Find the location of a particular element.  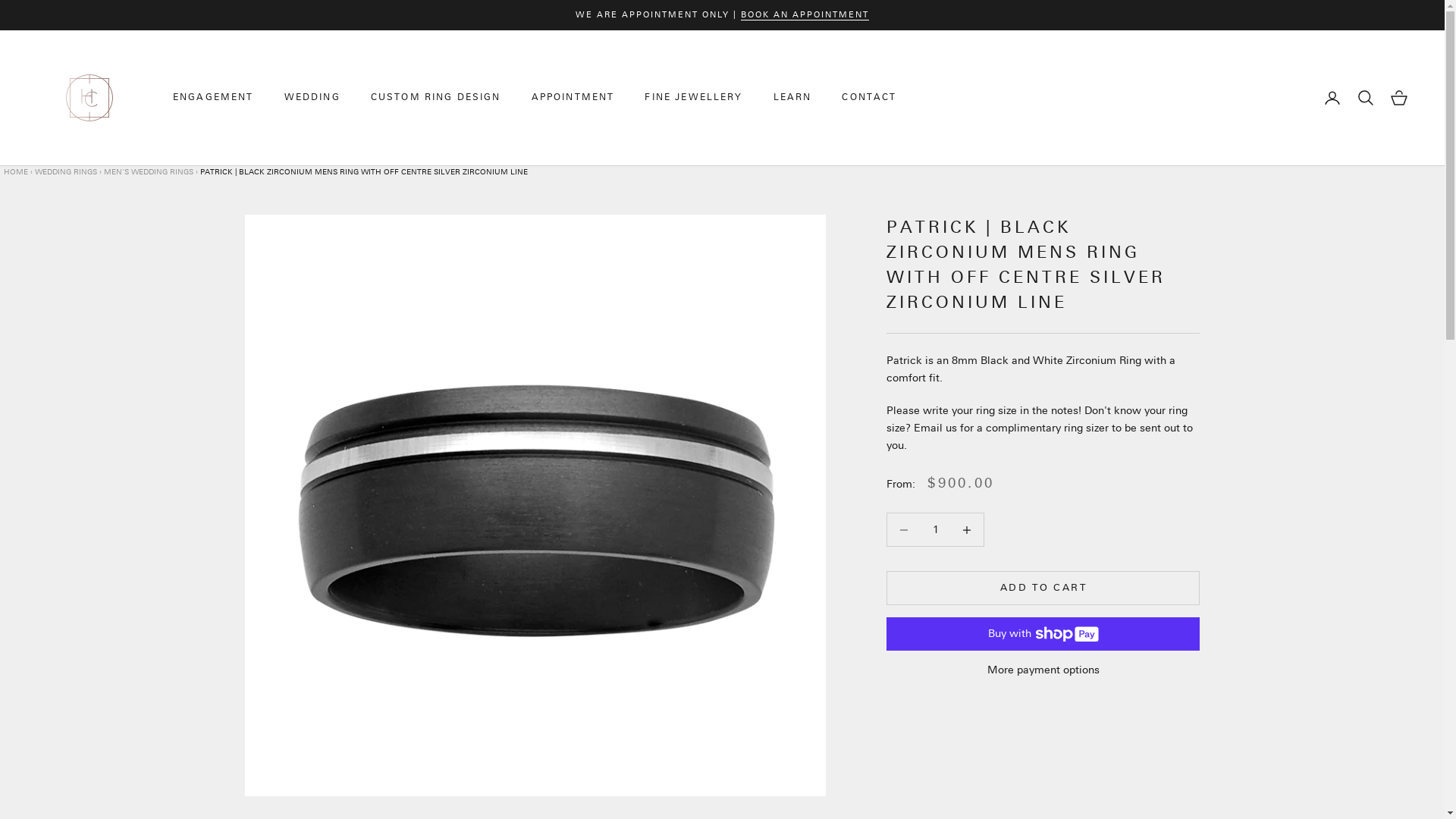

'MEN'S WEDDING RINGS' is located at coordinates (149, 171).